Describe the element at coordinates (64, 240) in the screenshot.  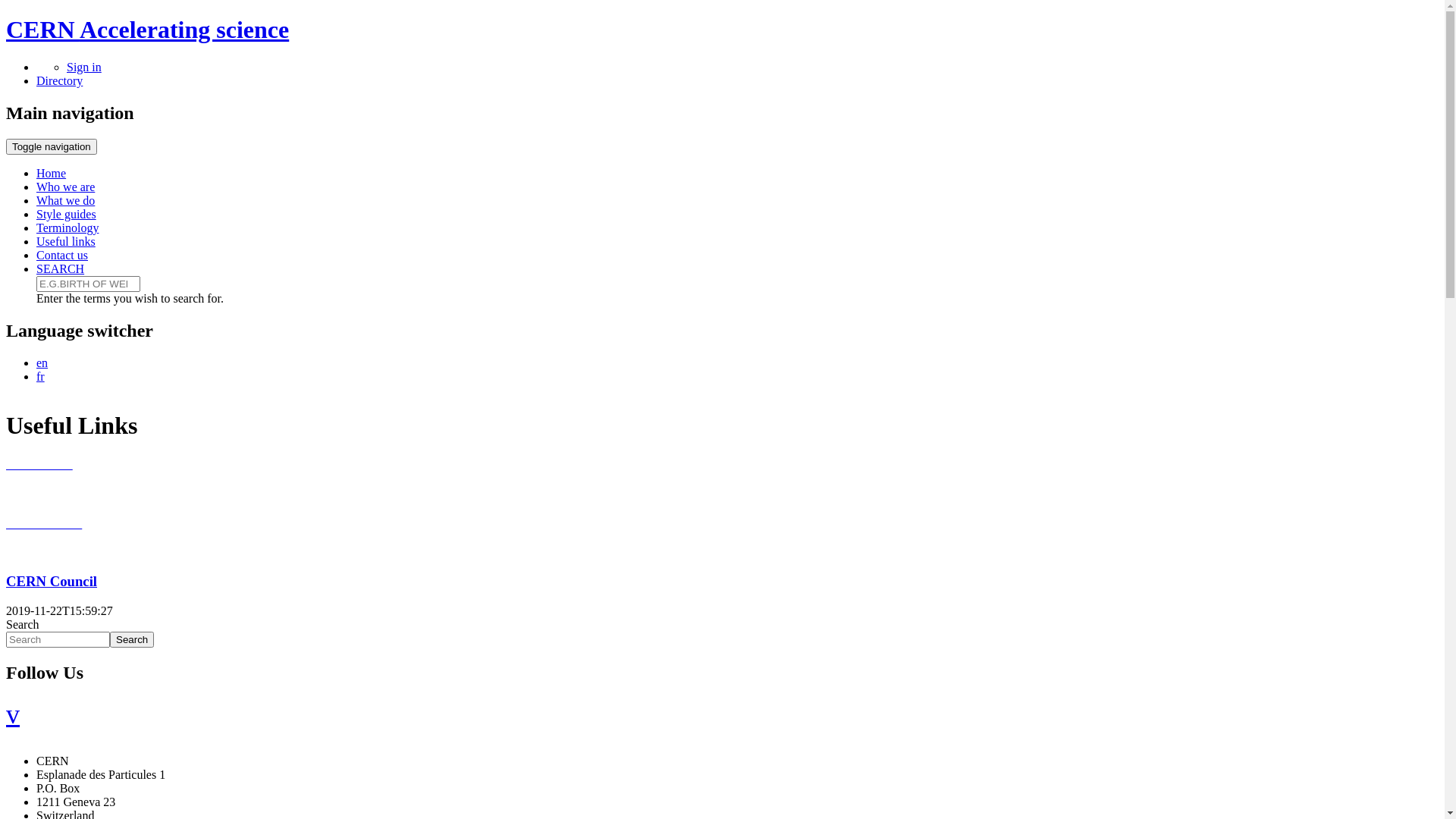
I see `'Useful links'` at that location.